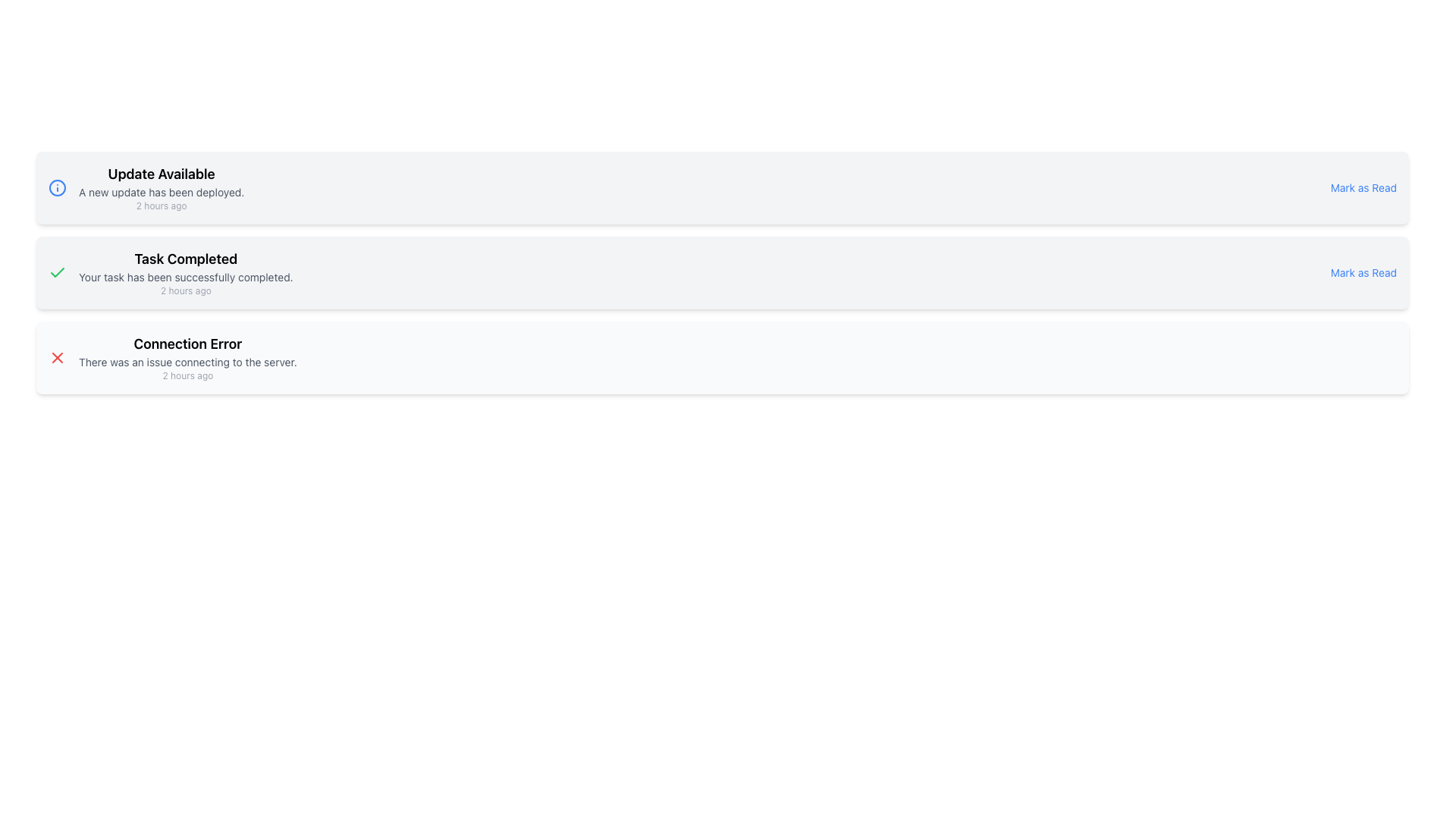 Image resolution: width=1456 pixels, height=819 pixels. Describe the element at coordinates (58, 357) in the screenshot. I see `the red 'X' icon at the top-left of the 'Connection Error' notification card` at that location.